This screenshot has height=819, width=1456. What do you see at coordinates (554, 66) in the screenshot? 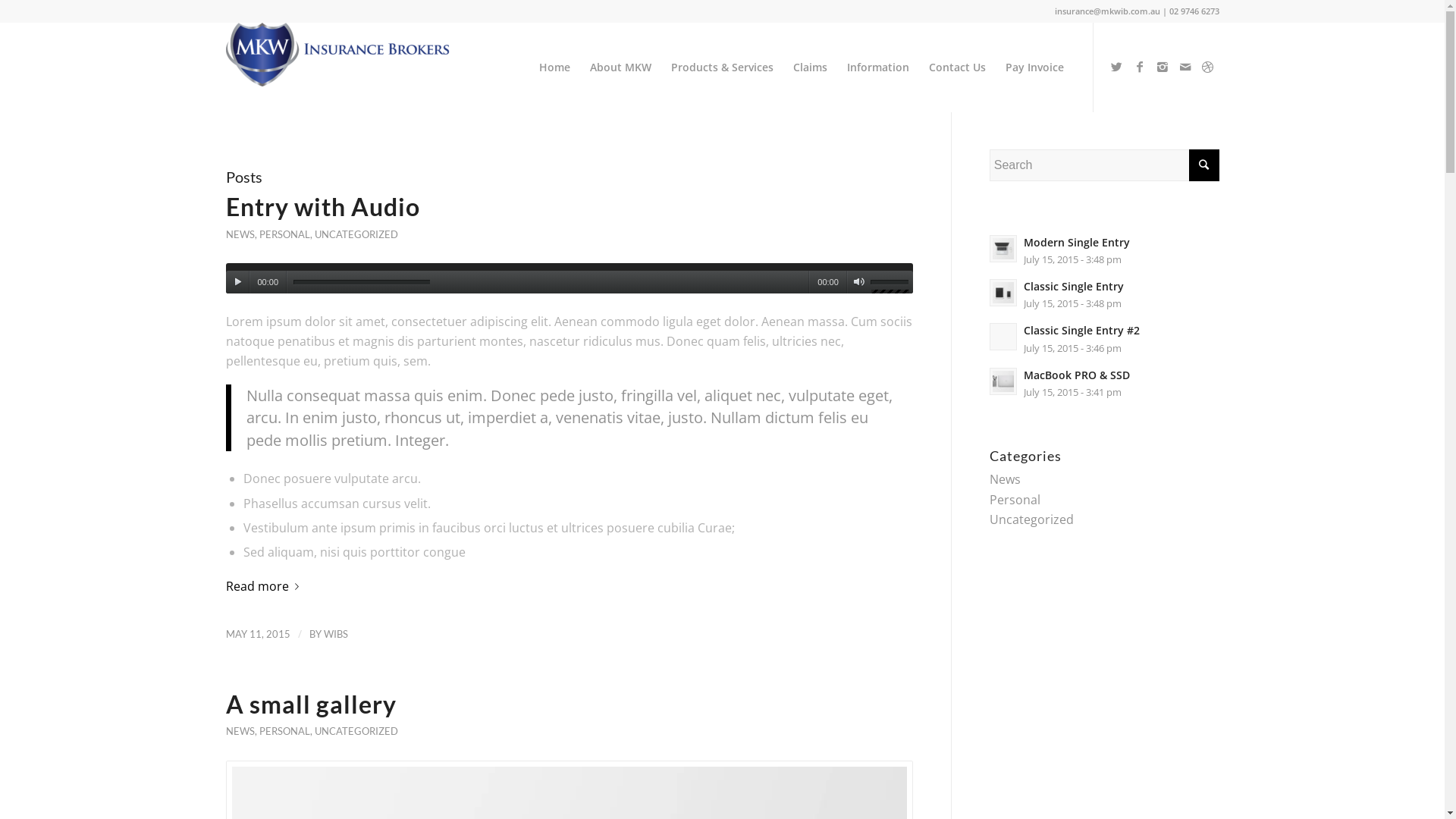
I see `'Home'` at bounding box center [554, 66].